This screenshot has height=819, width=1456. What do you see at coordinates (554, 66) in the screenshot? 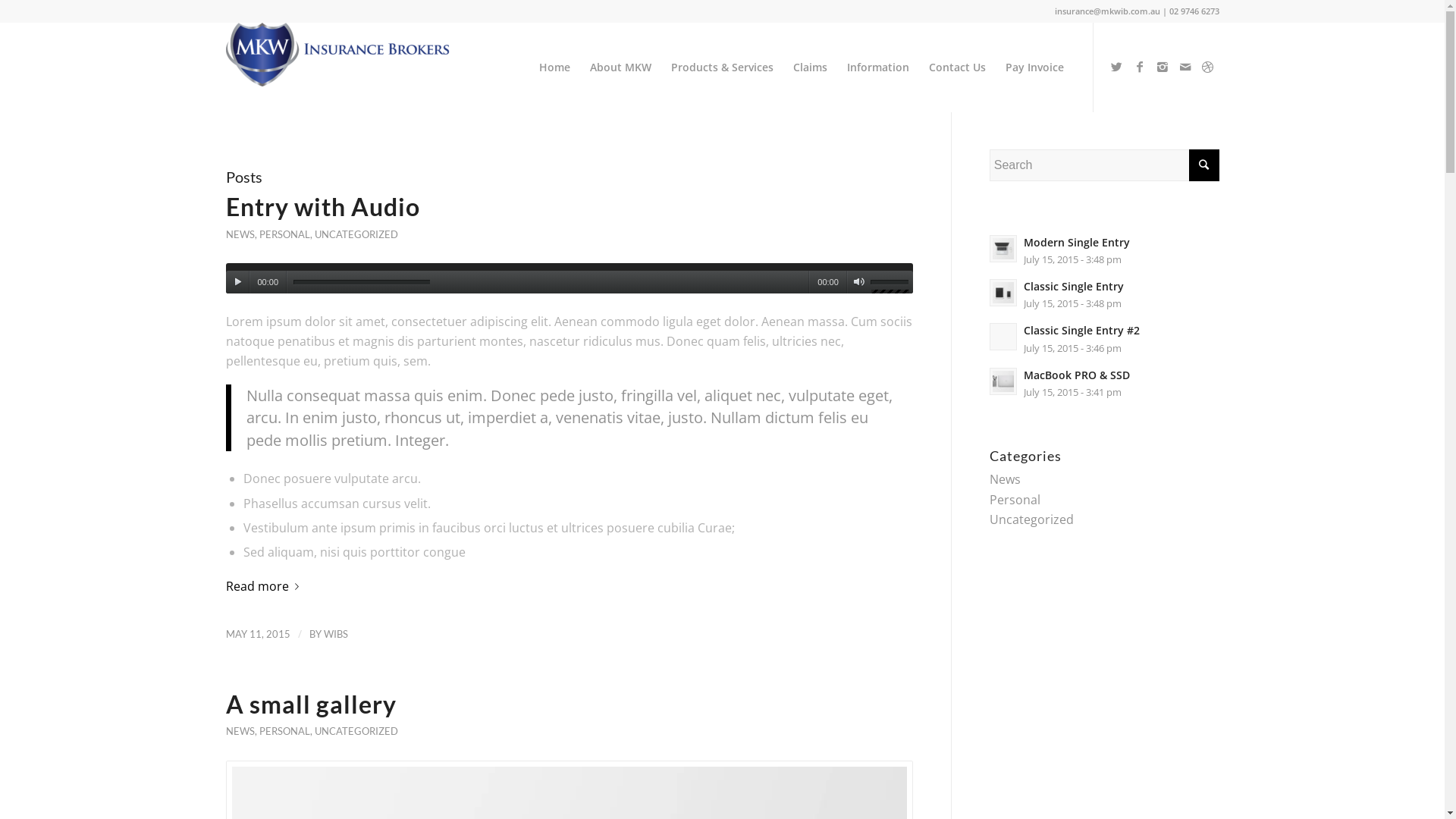
I see `'Home'` at bounding box center [554, 66].